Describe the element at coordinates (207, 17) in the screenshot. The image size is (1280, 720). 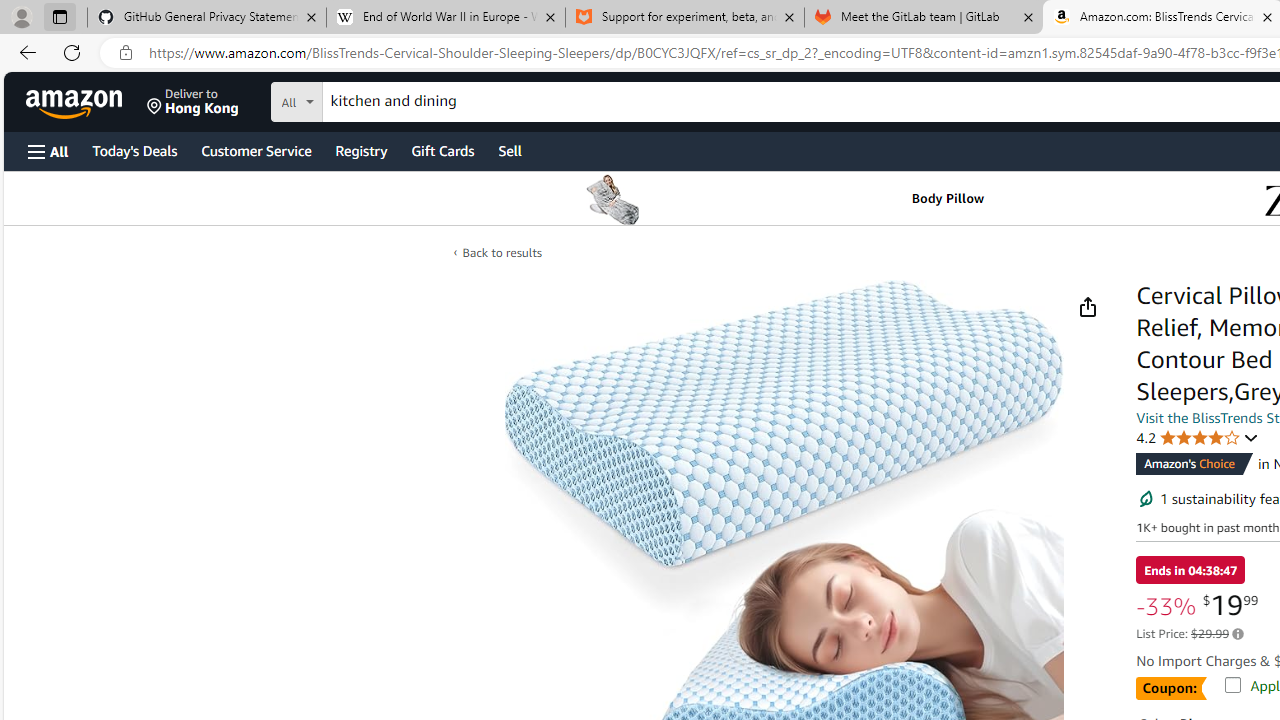
I see `'GitHub General Privacy Statement - GitHub Docs'` at that location.